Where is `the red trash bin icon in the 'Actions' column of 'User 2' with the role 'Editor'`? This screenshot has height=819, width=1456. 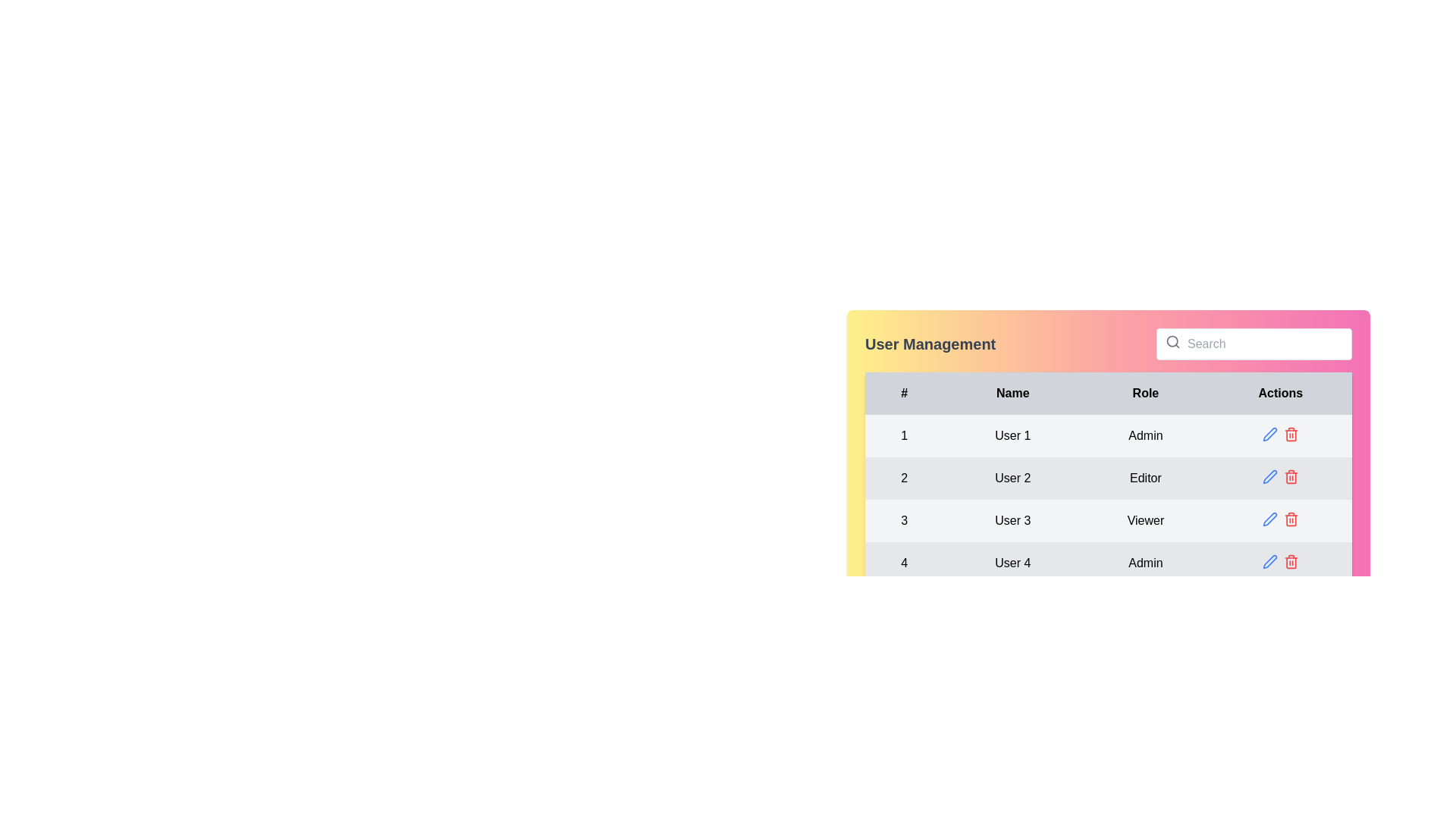
the red trash bin icon in the 'Actions' column of 'User 2' with the role 'Editor' is located at coordinates (1279, 475).